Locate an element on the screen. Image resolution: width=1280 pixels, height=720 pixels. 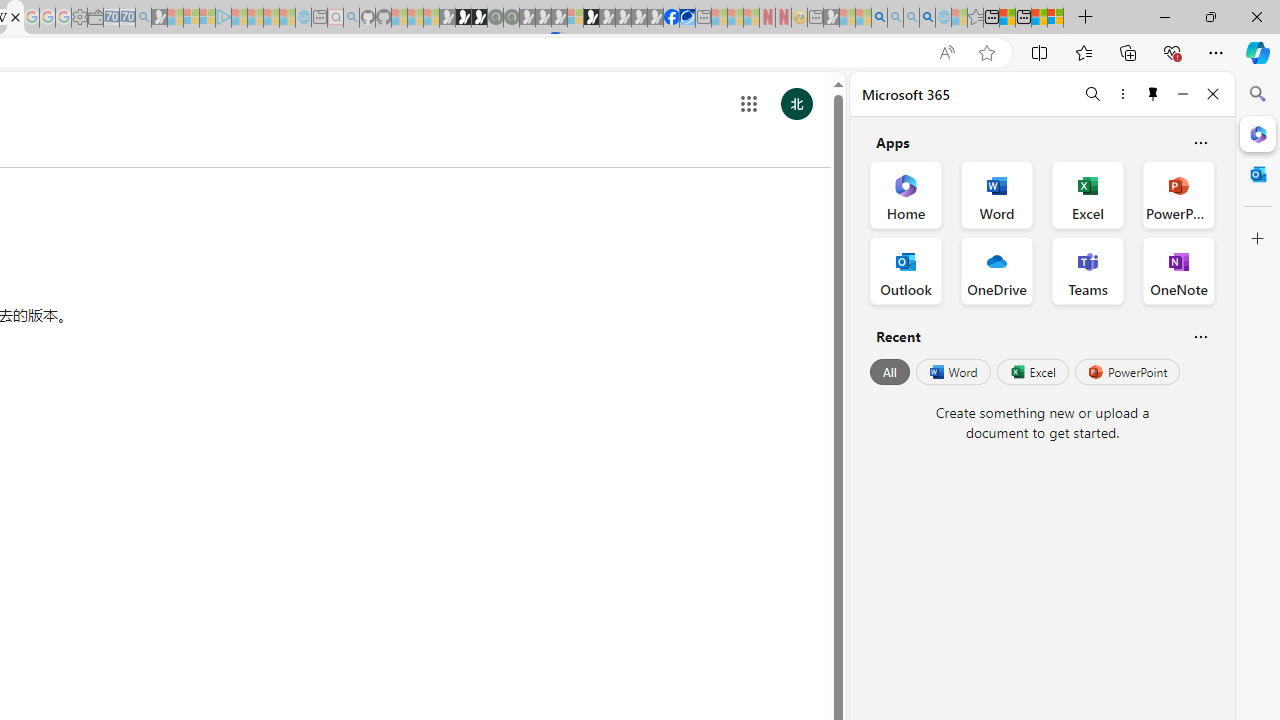
'PowerPoint' is located at coordinates (1127, 372).